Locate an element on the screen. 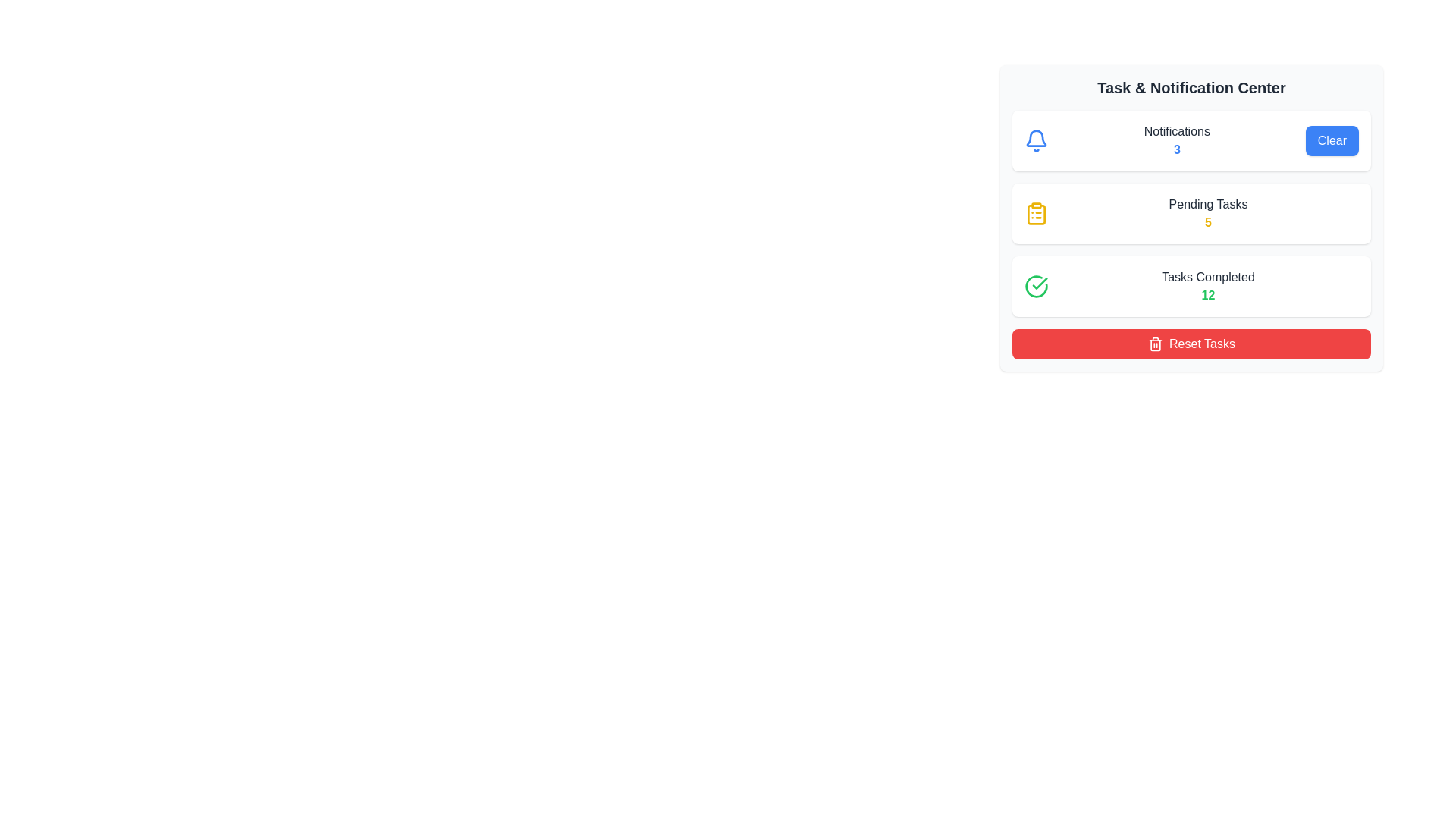 Image resolution: width=1456 pixels, height=819 pixels. the numeric badge displaying the number '3' in bold blue text, which is located below the 'Notifications' label in the task and notification center interface is located at coordinates (1176, 149).